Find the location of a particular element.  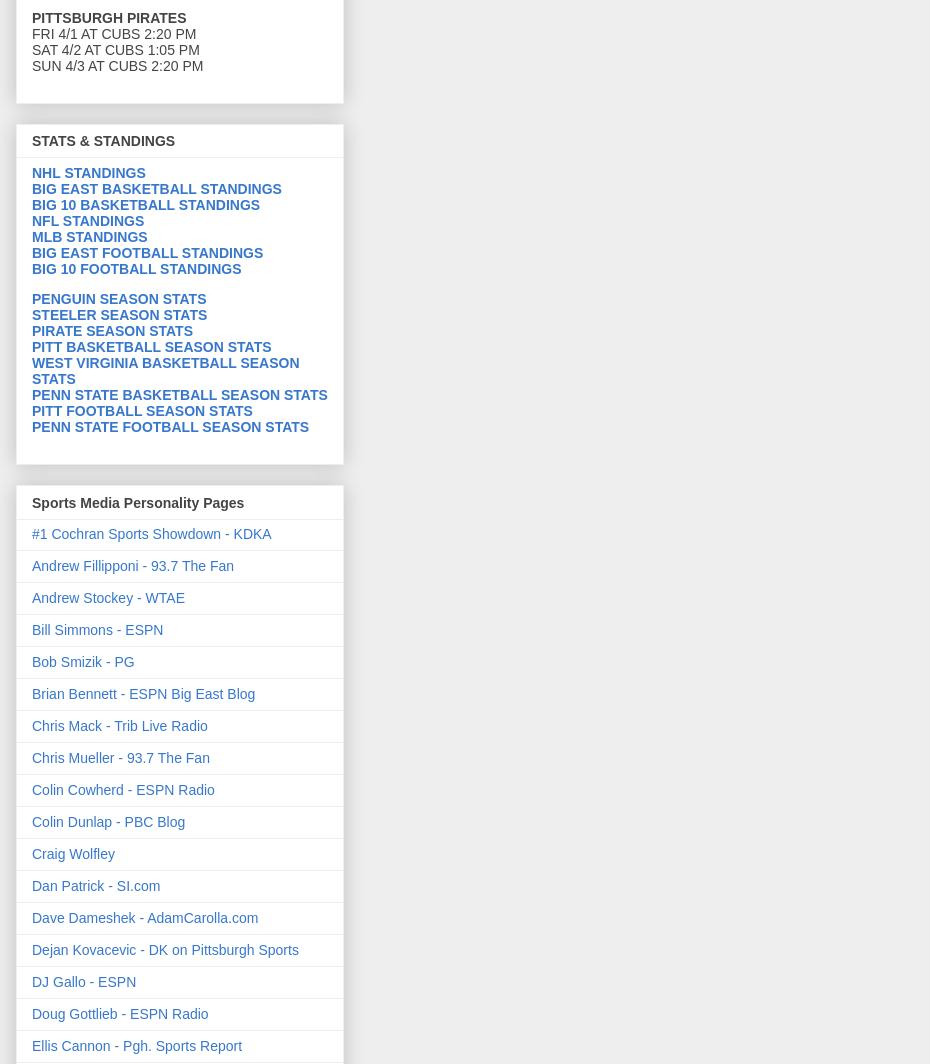

'Doug Gottlieb - ESPN Radio' is located at coordinates (30, 1013).